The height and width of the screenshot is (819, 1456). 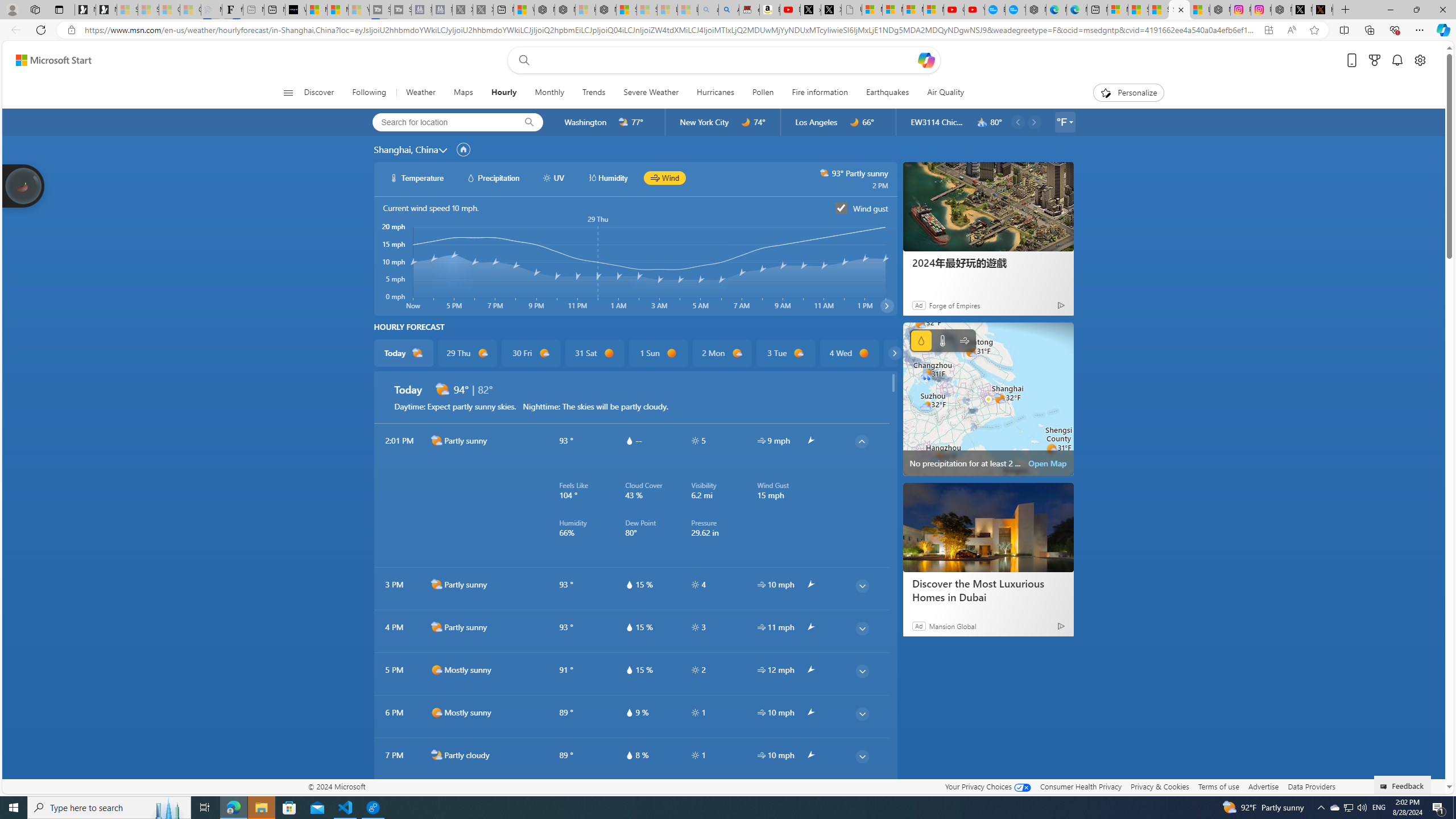 What do you see at coordinates (1128, 92) in the screenshot?
I see `'Personalize'` at bounding box center [1128, 92].